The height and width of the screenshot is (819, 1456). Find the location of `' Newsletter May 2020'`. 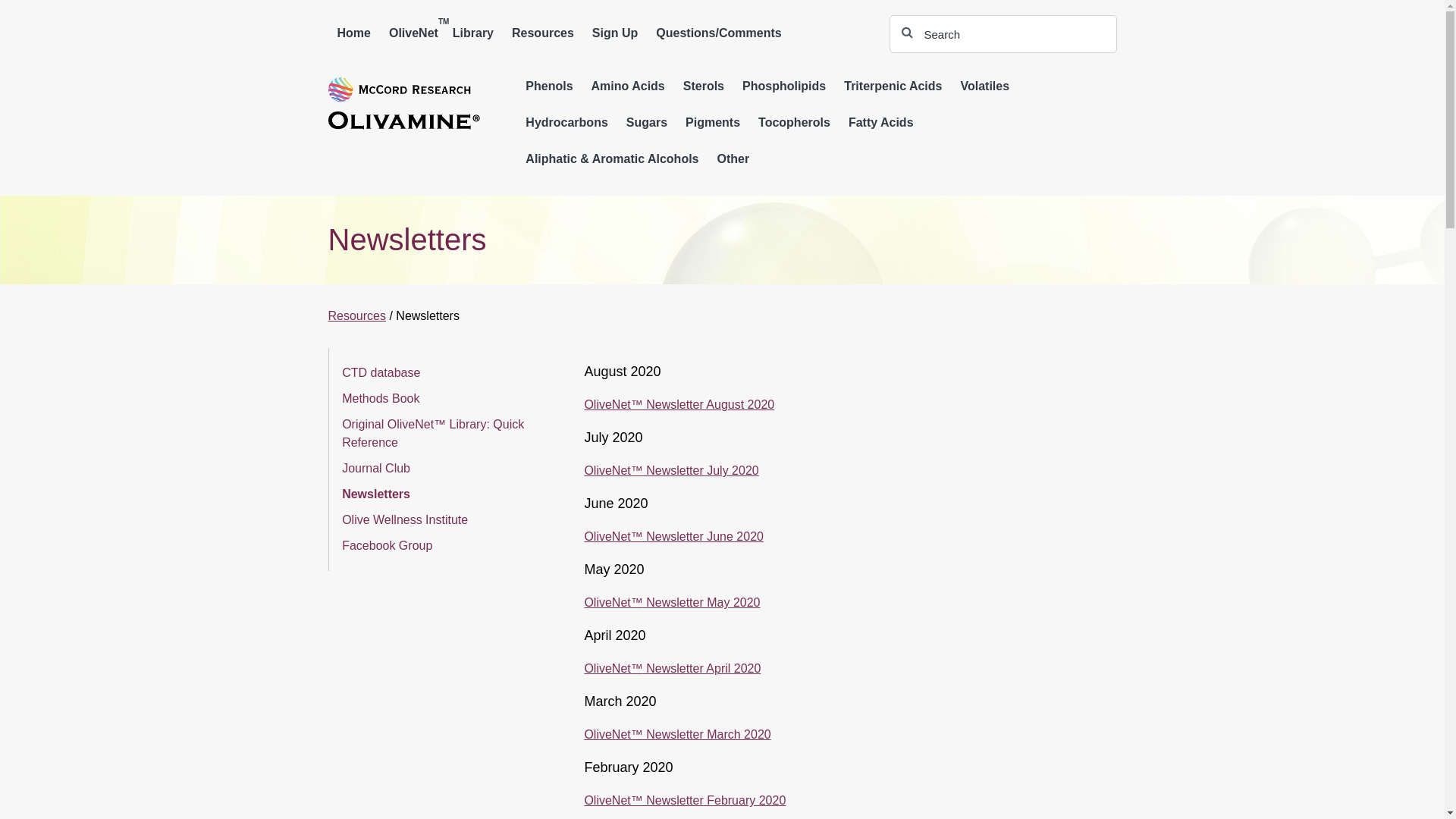

' Newsletter May 2020' is located at coordinates (701, 601).